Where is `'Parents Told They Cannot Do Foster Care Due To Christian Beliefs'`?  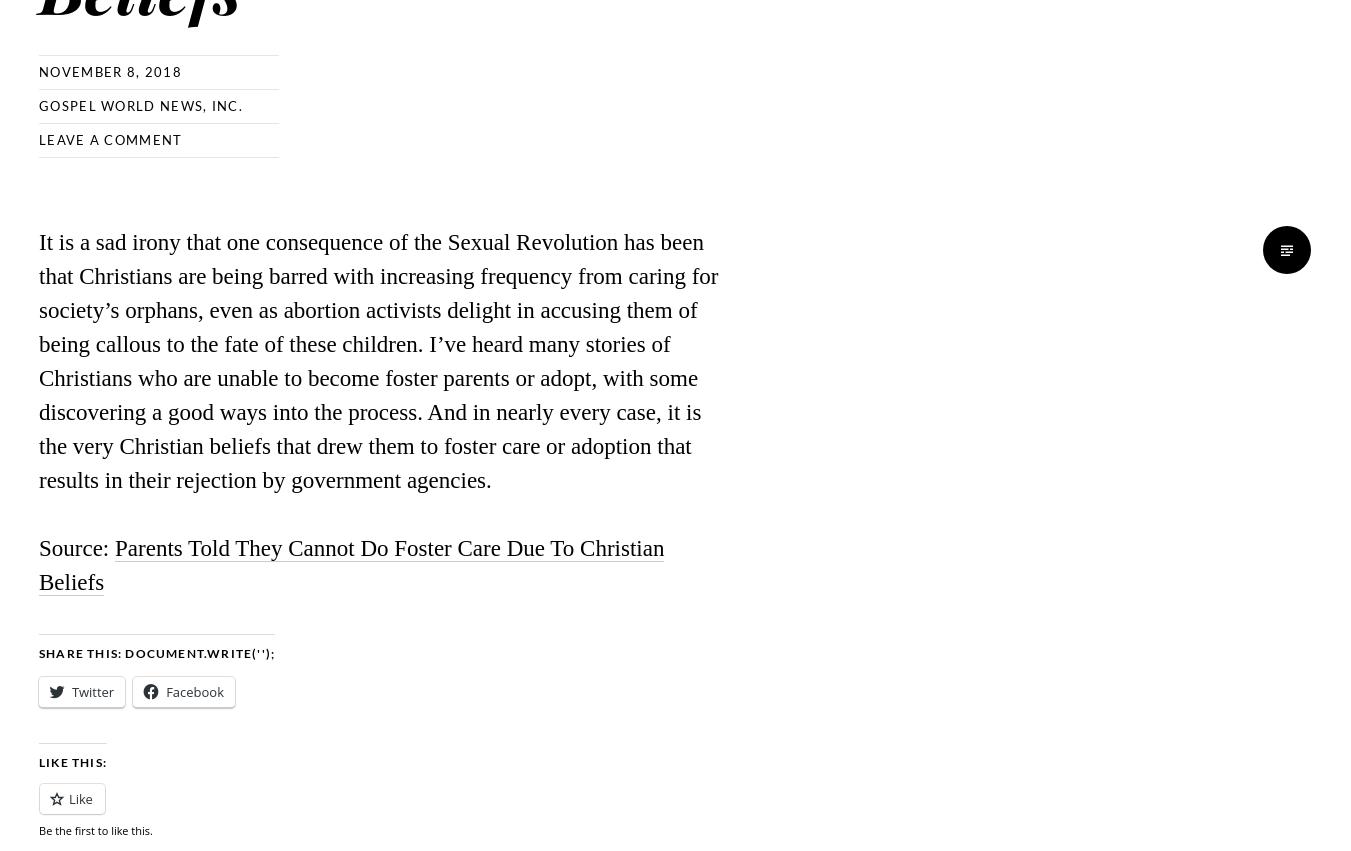
'Parents Told They Cannot Do Foster Care Due To Christian Beliefs' is located at coordinates (351, 563).